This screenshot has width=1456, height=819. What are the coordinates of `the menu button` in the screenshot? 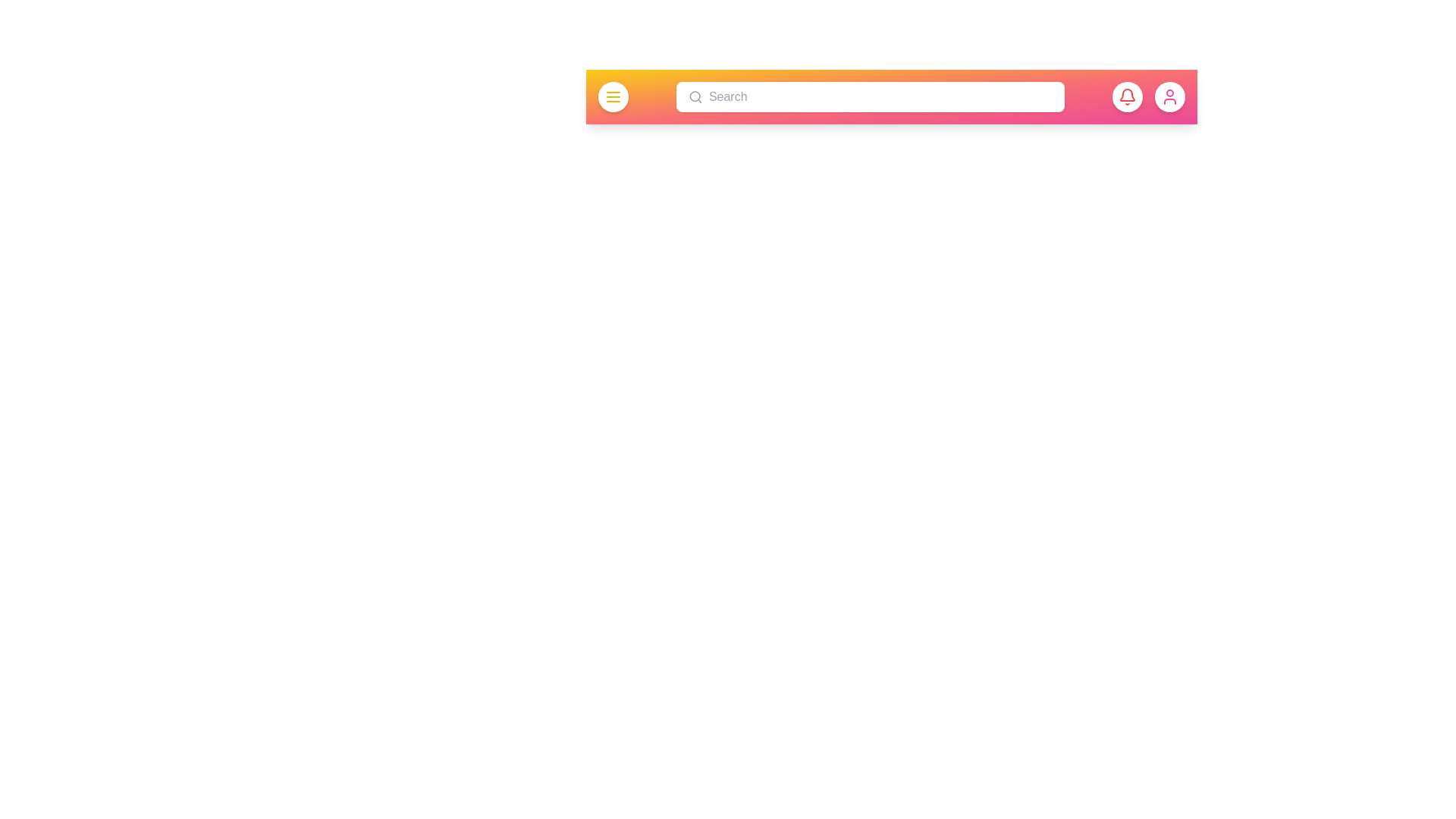 It's located at (613, 96).